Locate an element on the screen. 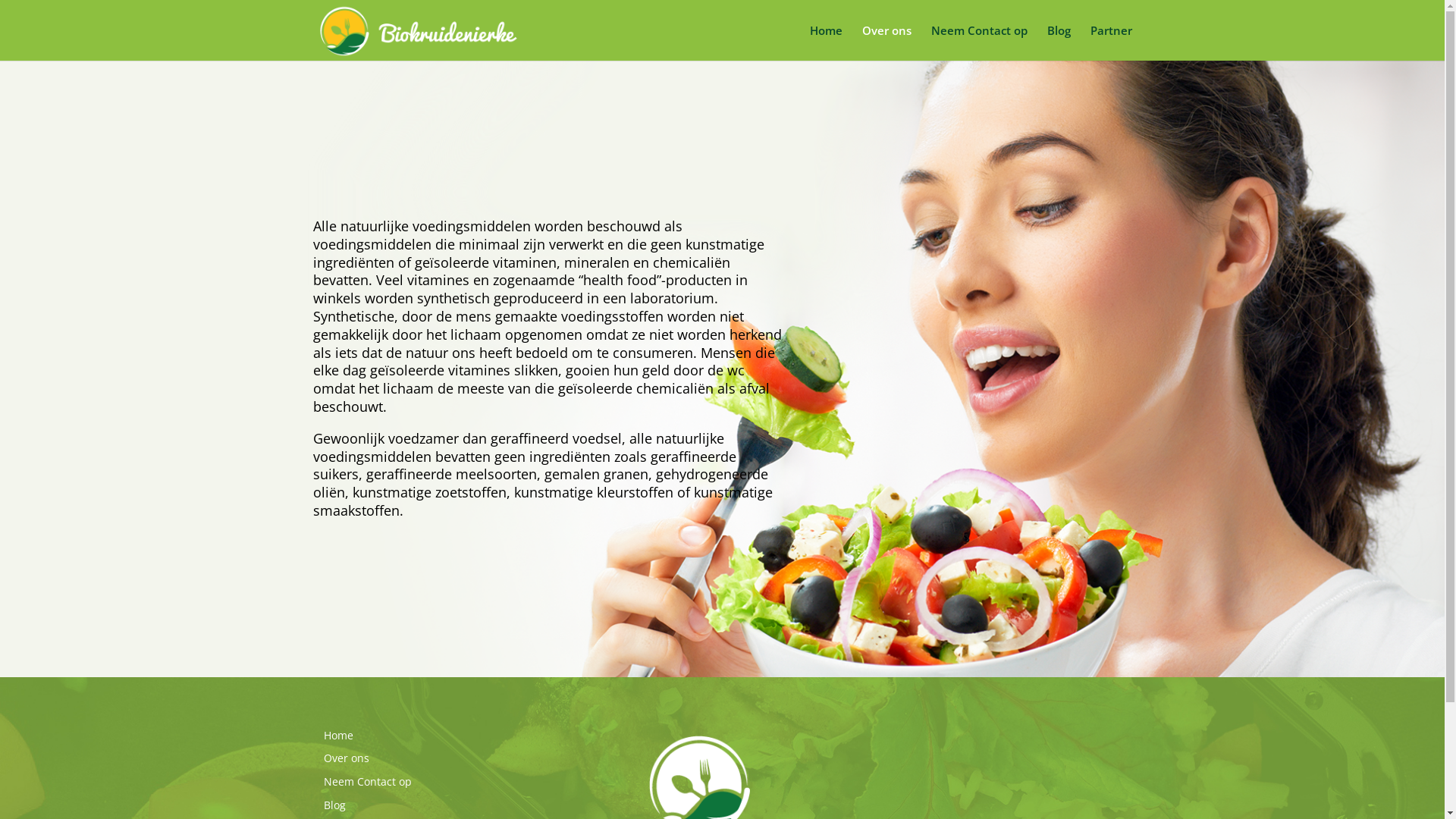 Image resolution: width=1456 pixels, height=819 pixels. 'Partner' is located at coordinates (1111, 42).